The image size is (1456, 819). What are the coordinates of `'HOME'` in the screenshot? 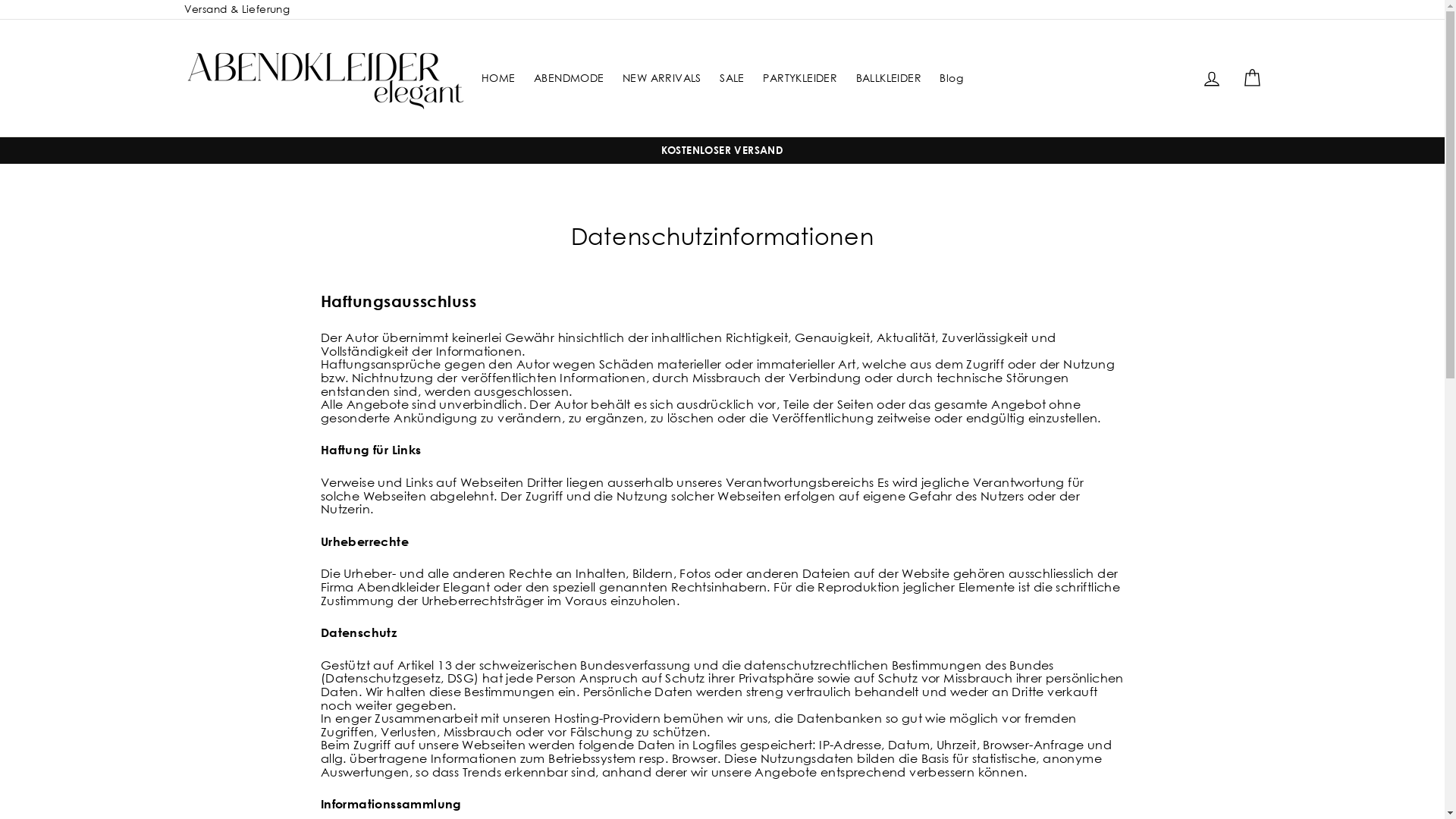 It's located at (498, 78).